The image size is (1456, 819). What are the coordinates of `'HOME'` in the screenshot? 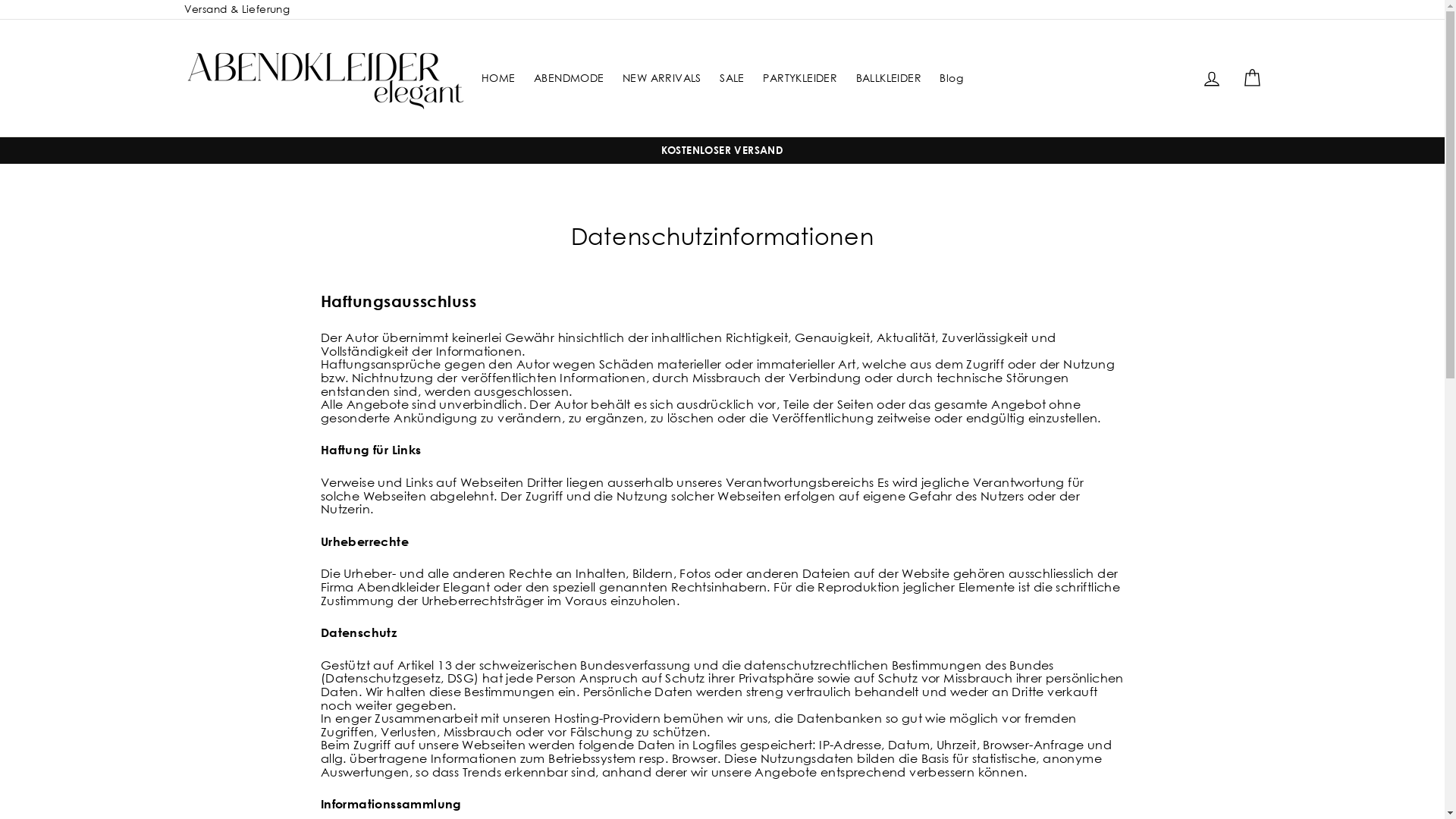 It's located at (498, 78).